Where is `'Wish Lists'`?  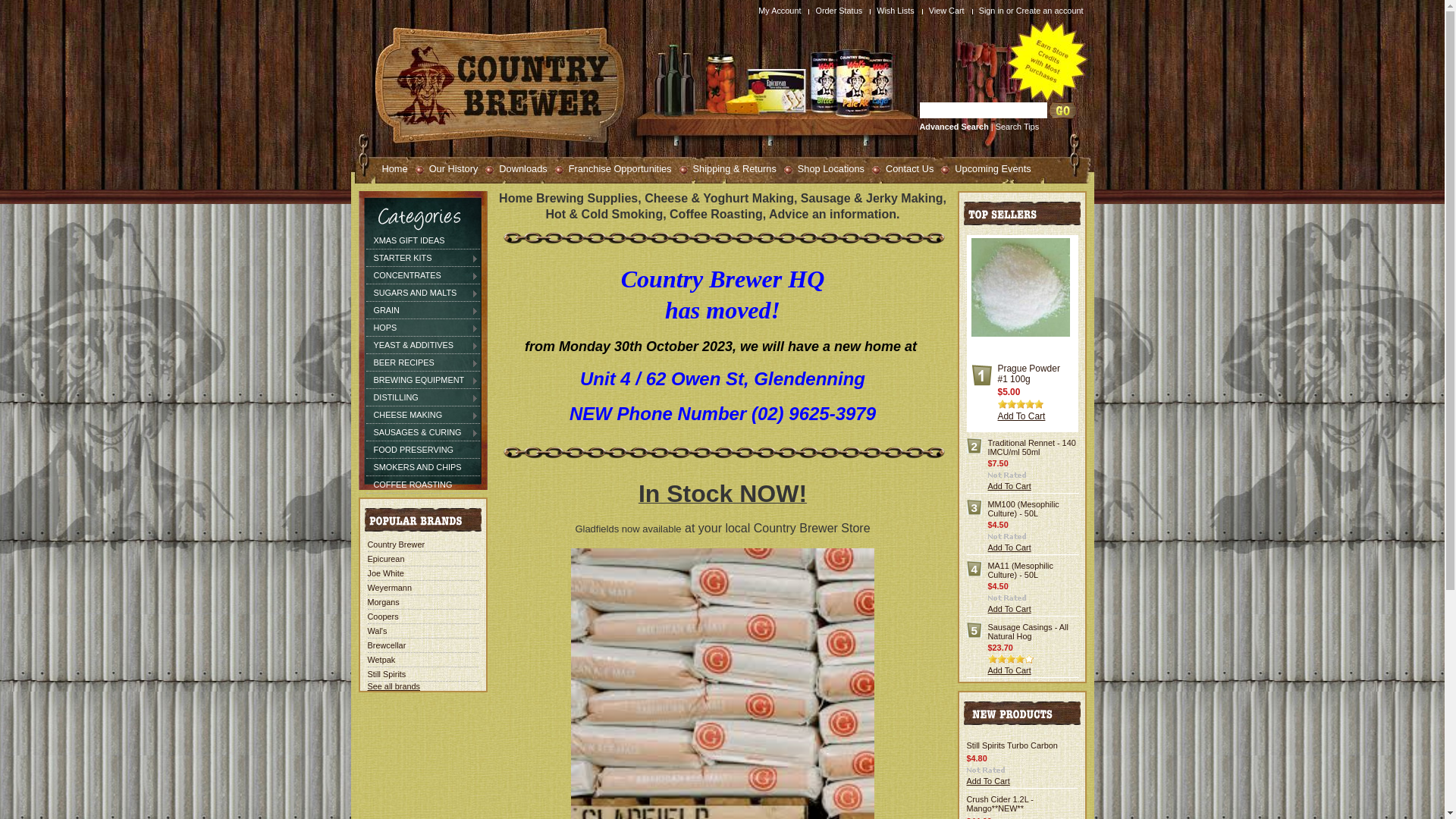 'Wish Lists' is located at coordinates (897, 11).